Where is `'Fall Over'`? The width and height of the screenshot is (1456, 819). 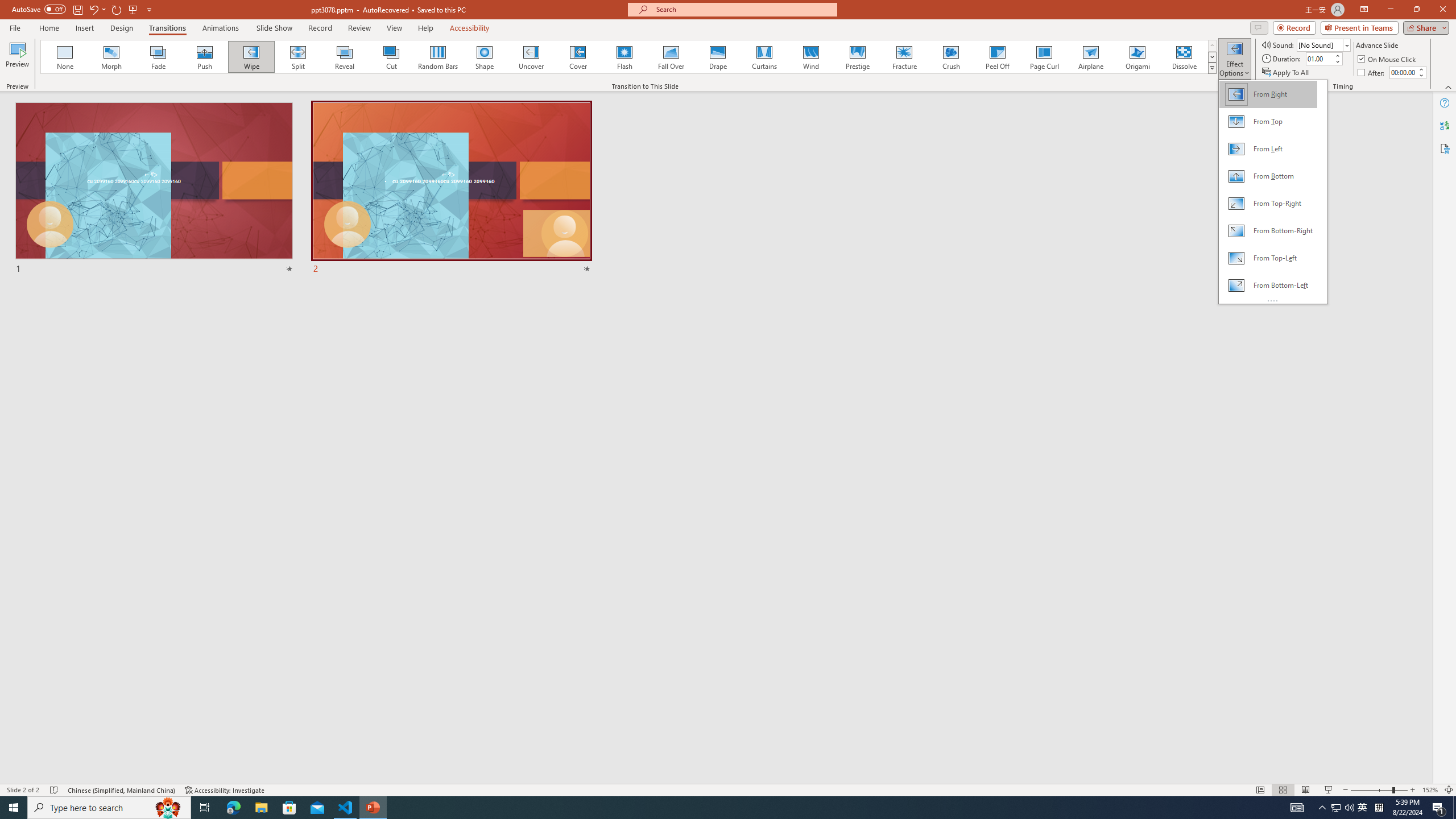 'Fall Over' is located at coordinates (671, 56).